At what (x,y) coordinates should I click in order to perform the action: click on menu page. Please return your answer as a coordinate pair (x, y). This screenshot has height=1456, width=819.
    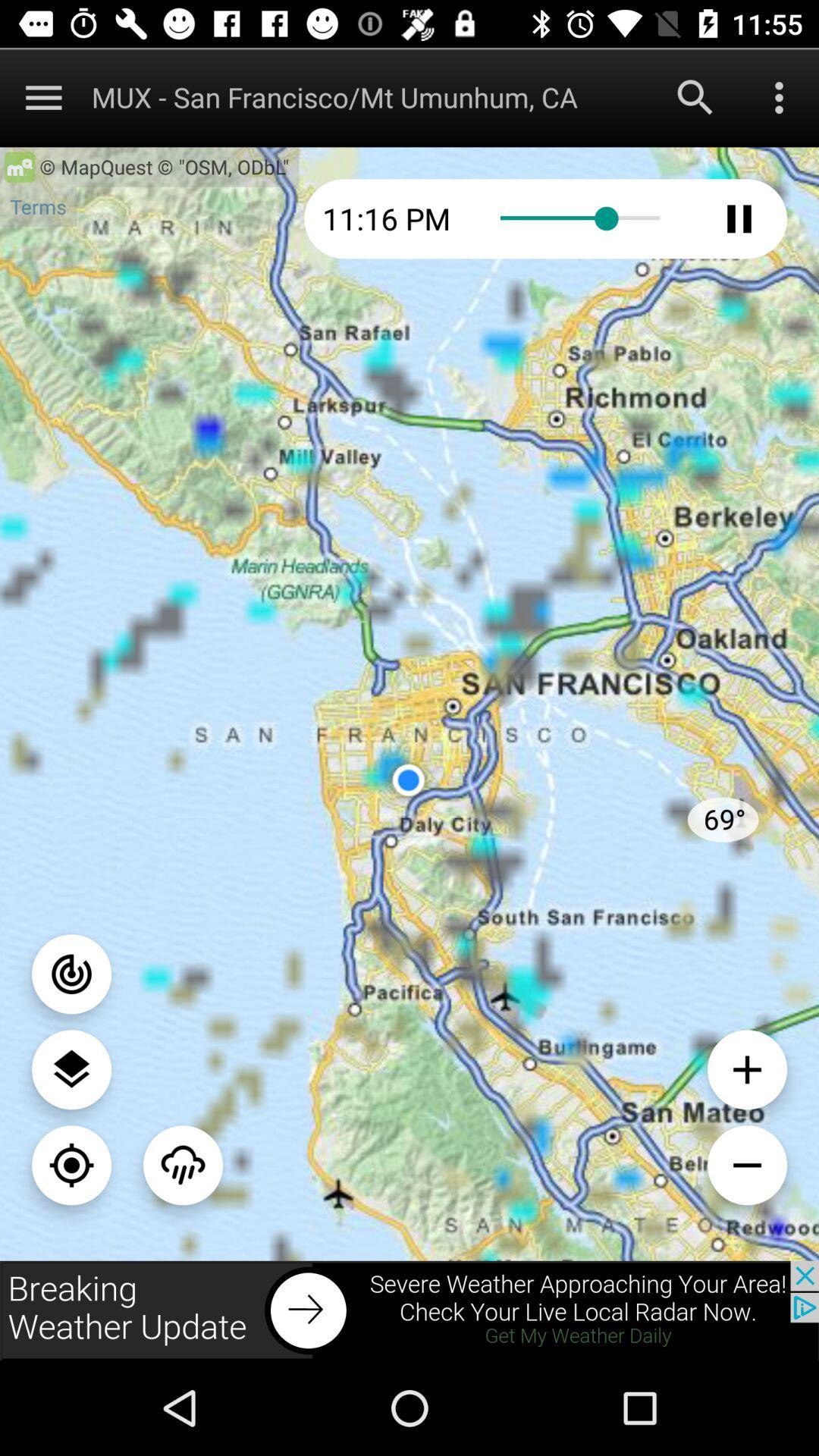
    Looking at the image, I should click on (71, 1068).